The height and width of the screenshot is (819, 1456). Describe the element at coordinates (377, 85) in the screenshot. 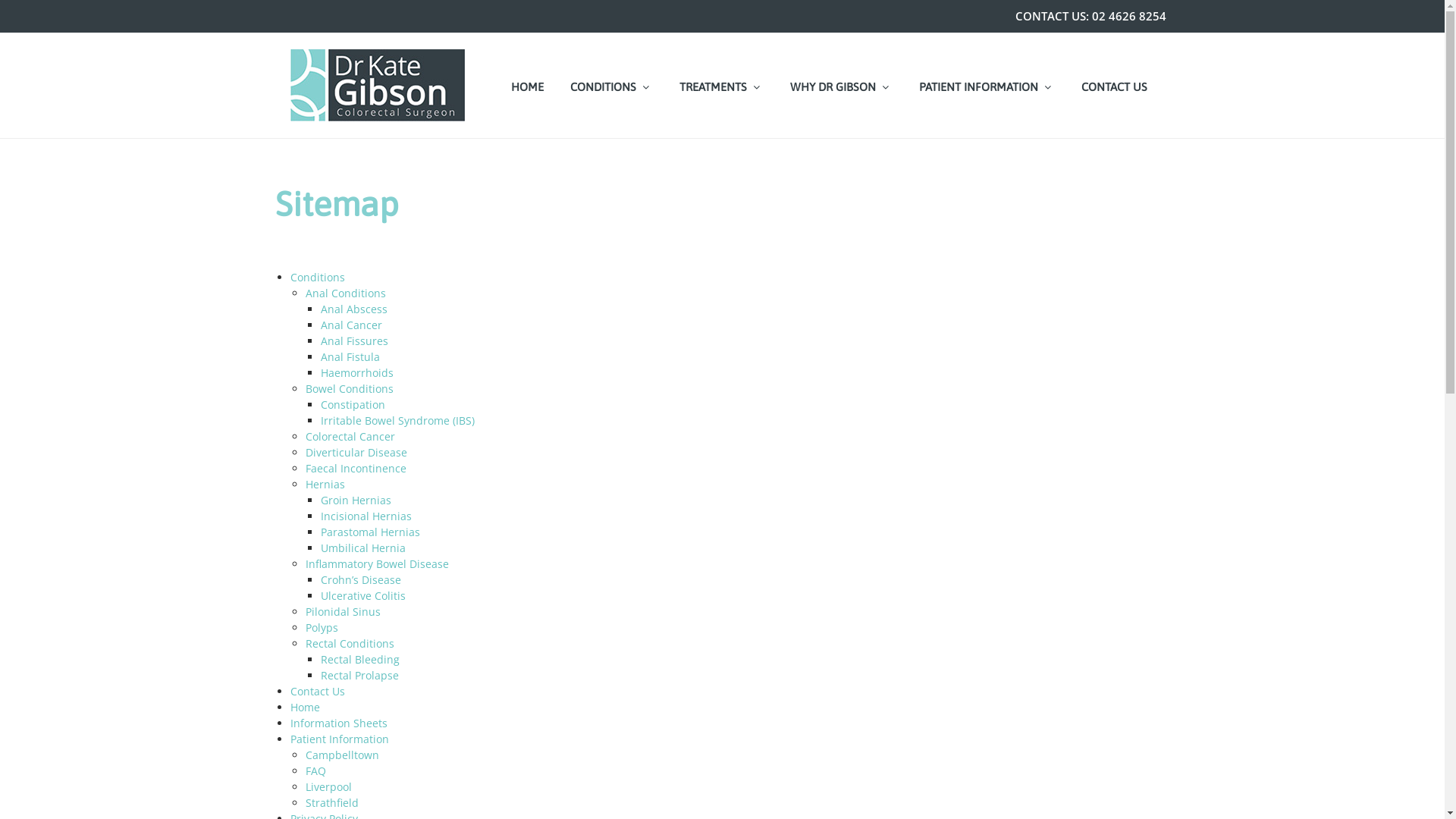

I see `'Dr Kate Gibson'` at that location.